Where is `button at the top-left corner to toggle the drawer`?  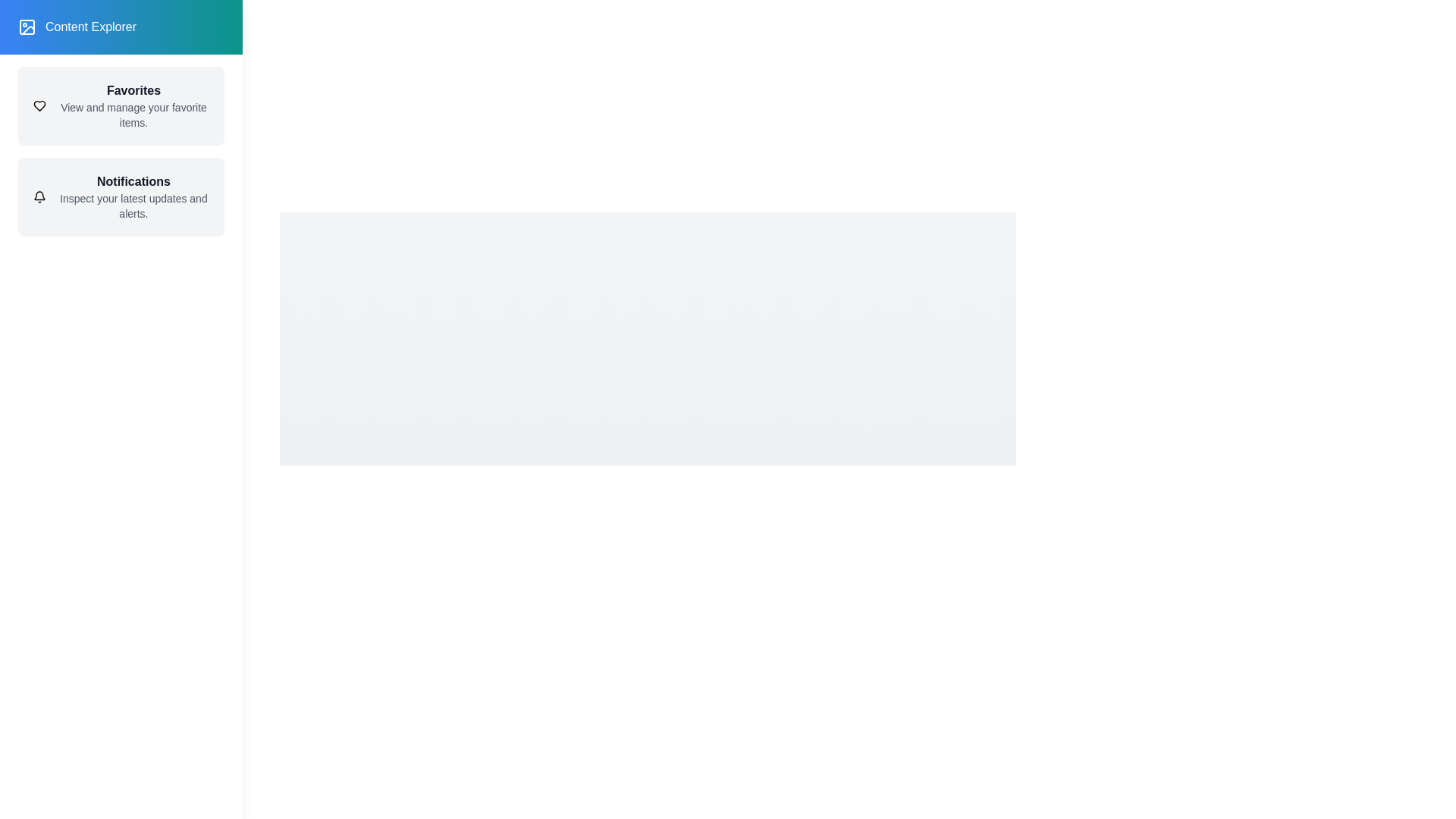 button at the top-left corner to toggle the drawer is located at coordinates (44, 42).